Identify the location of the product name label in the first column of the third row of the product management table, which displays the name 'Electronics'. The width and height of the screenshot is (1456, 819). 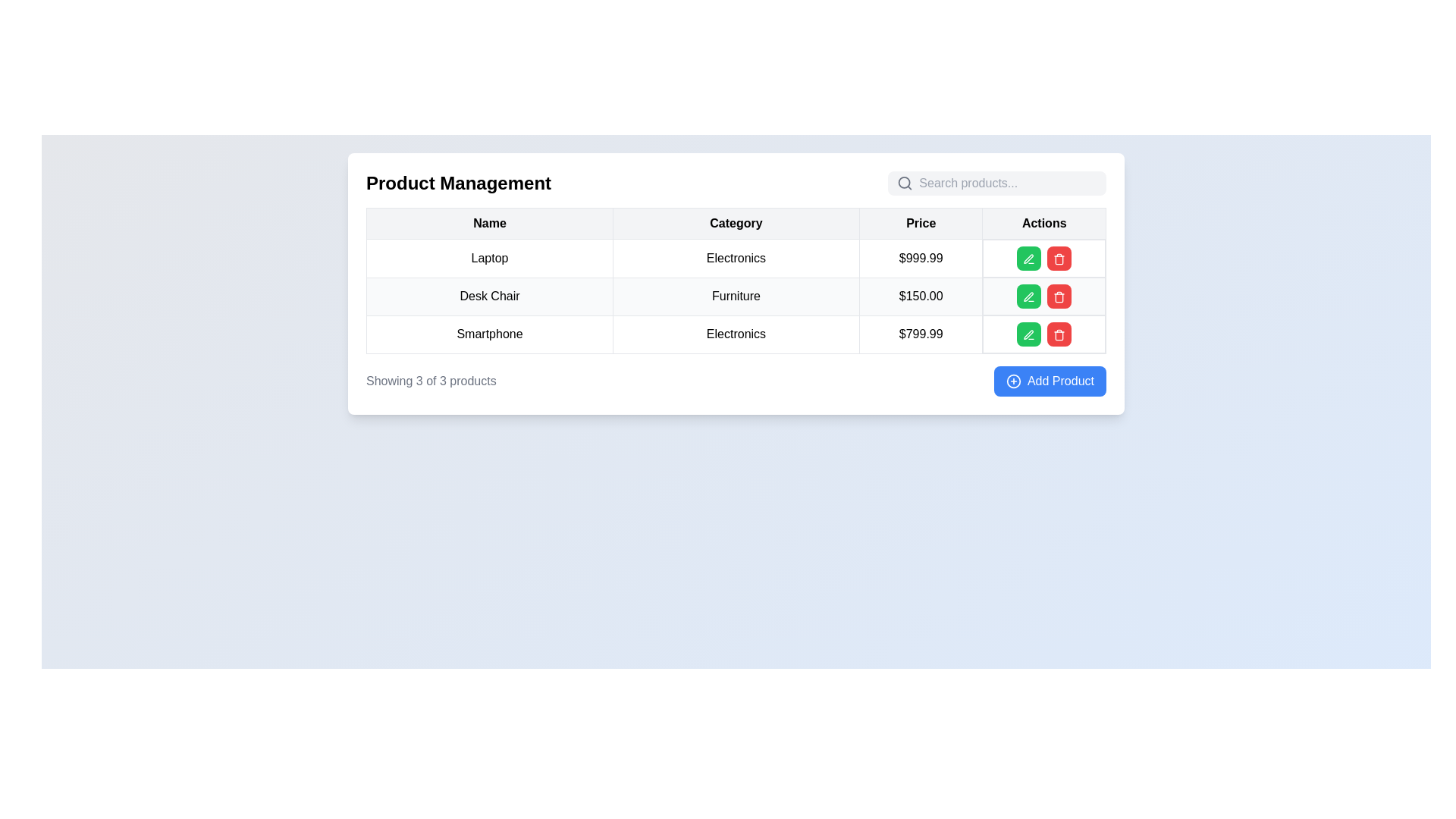
(490, 334).